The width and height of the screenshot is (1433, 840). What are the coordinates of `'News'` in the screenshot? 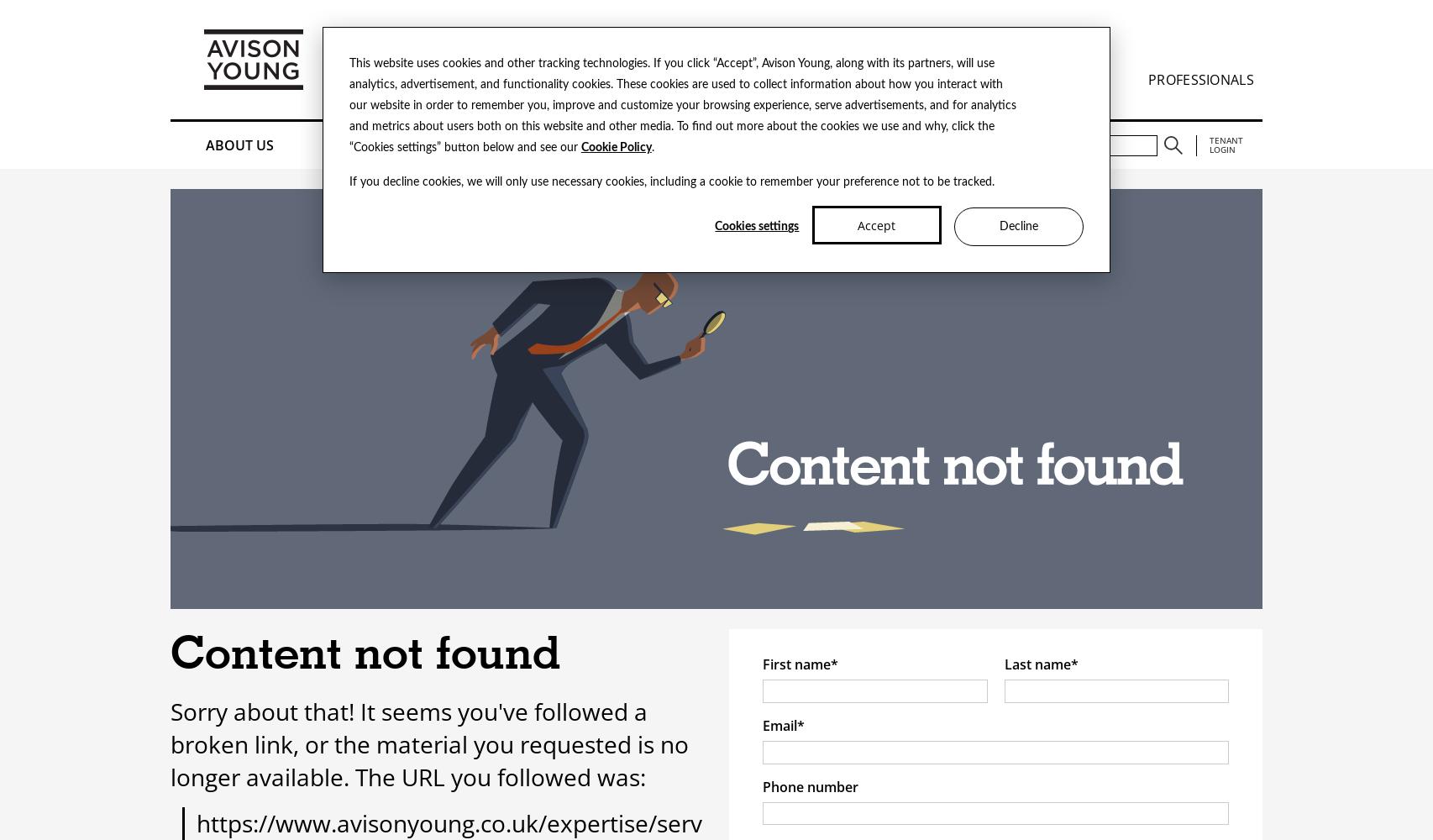 It's located at (685, 145).